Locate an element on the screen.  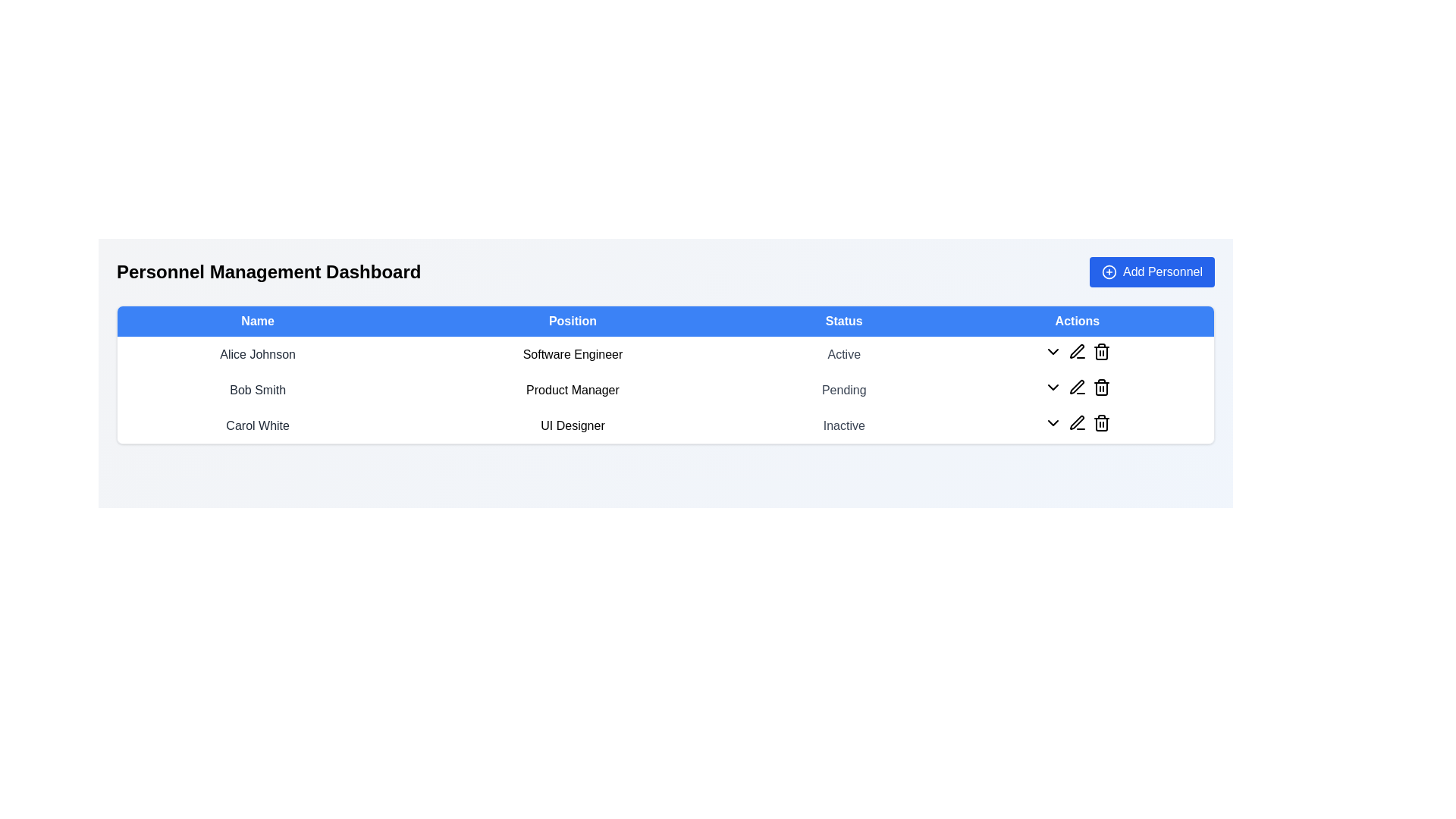
the circular '+' icon located within the 'Add Personnel' button at the top-right of the interface is located at coordinates (1109, 271).